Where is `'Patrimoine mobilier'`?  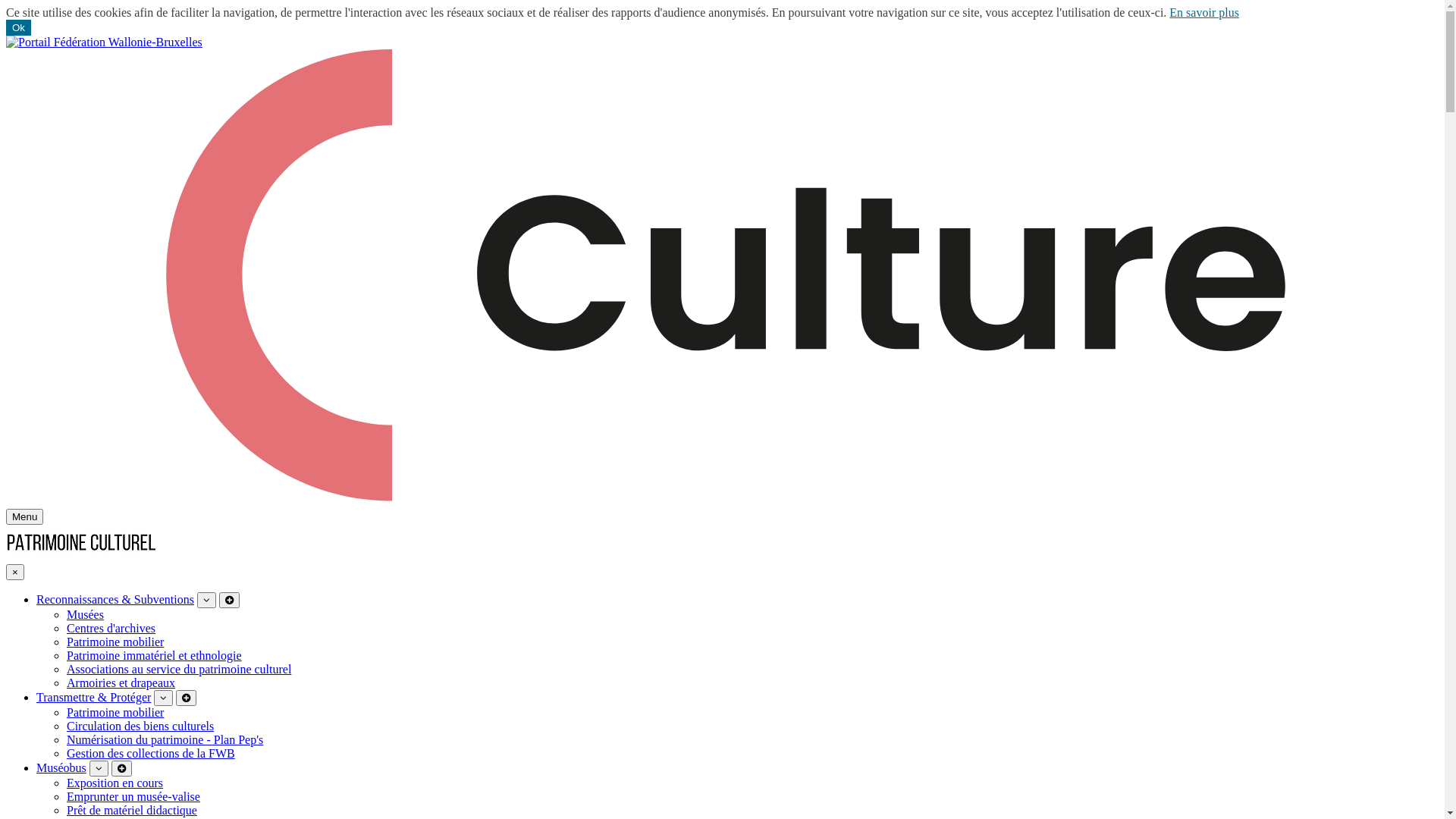 'Patrimoine mobilier' is located at coordinates (115, 642).